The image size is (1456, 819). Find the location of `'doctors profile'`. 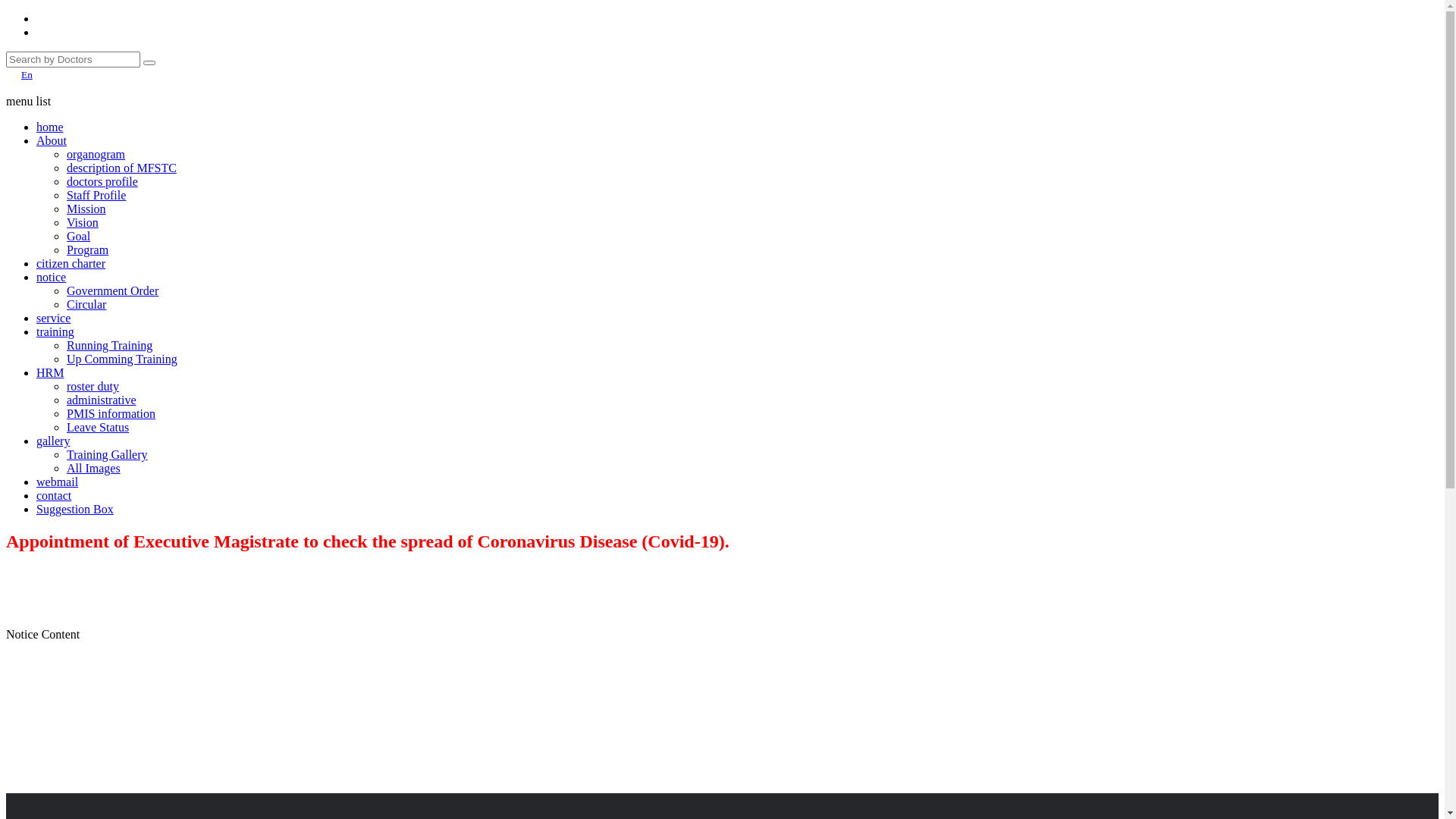

'doctors profile' is located at coordinates (101, 180).